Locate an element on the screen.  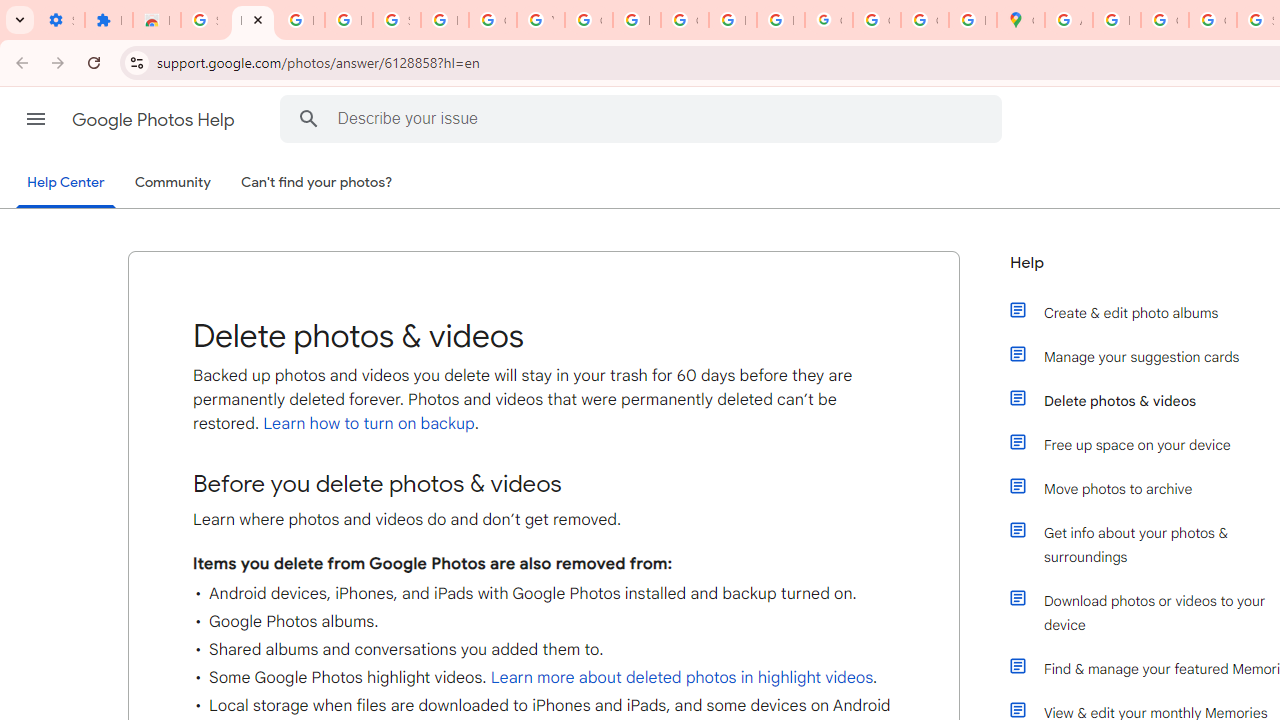
'Reviews: Helix Fruit Jump Arcade Game' is located at coordinates (155, 20).